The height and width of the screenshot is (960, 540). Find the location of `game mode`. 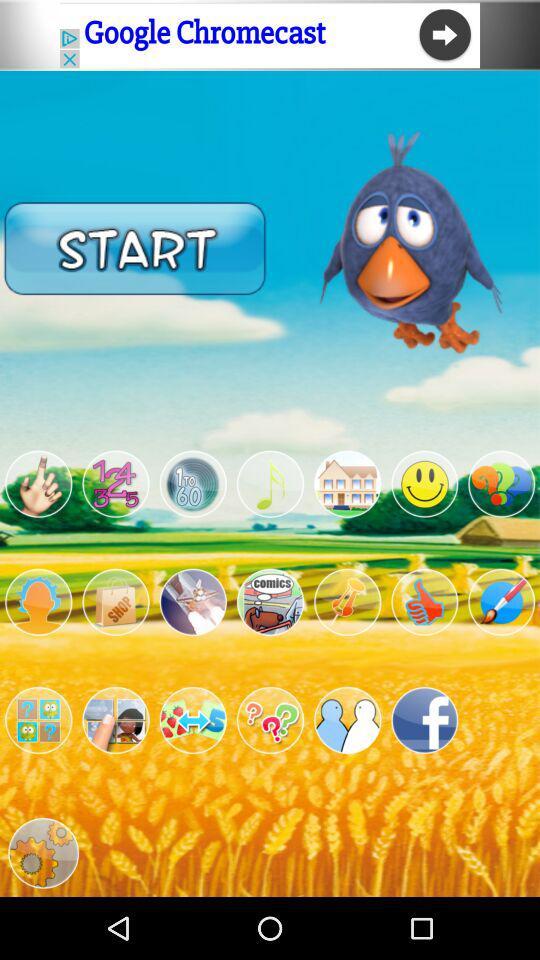

game mode is located at coordinates (346, 720).